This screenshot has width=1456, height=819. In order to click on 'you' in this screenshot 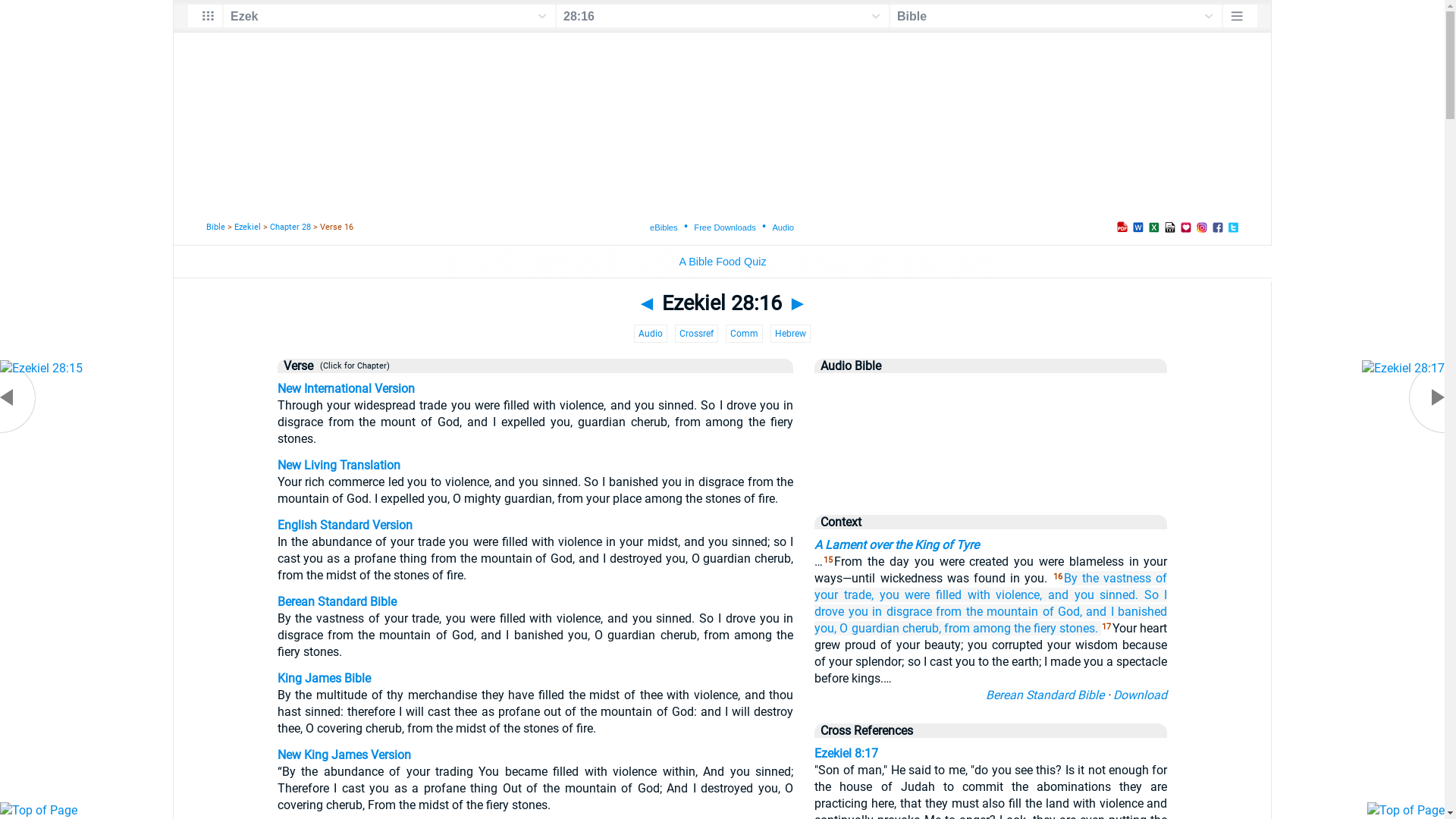, I will do `click(889, 594)`.